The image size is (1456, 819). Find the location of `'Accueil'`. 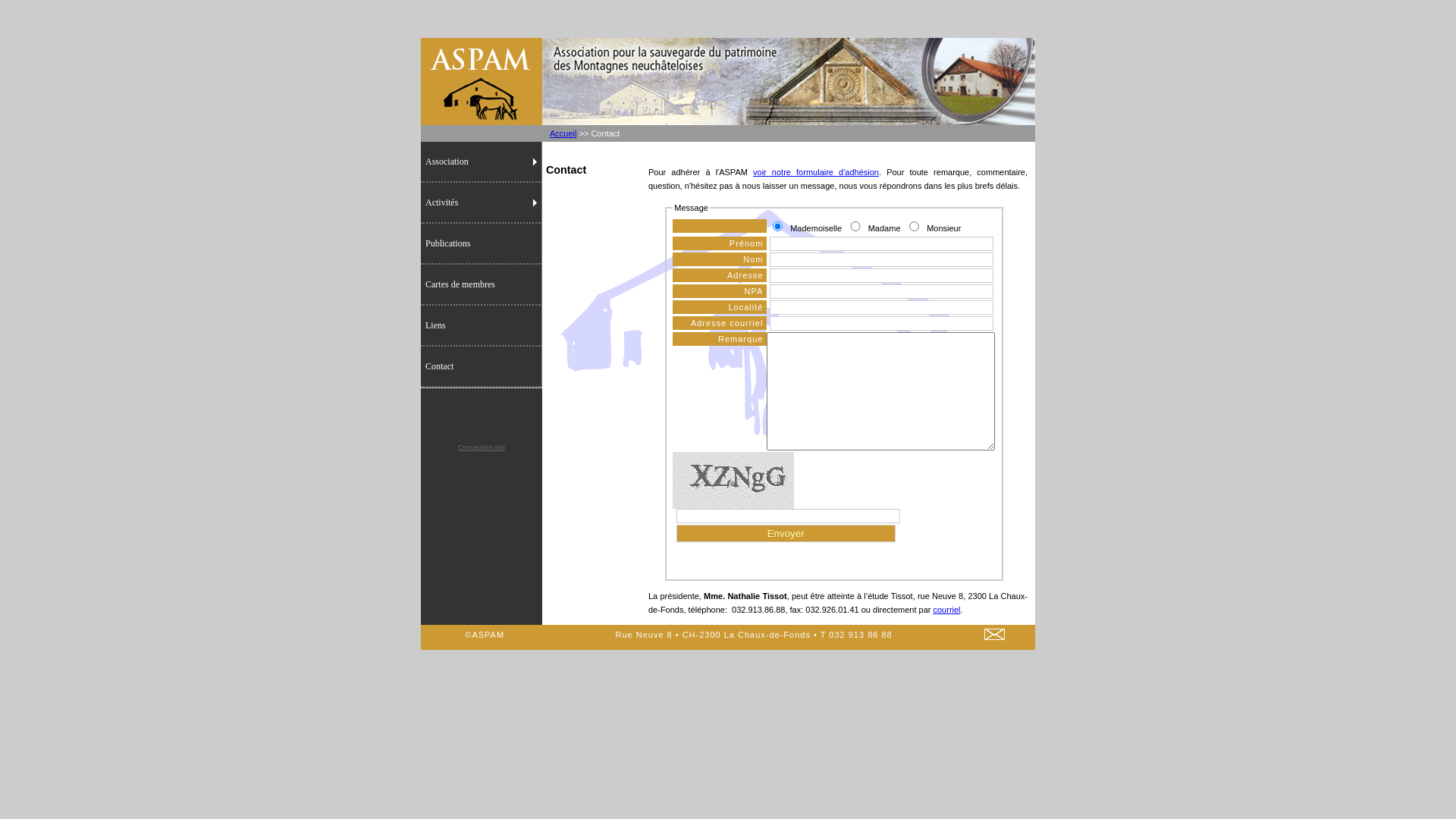

'Accueil' is located at coordinates (562, 133).